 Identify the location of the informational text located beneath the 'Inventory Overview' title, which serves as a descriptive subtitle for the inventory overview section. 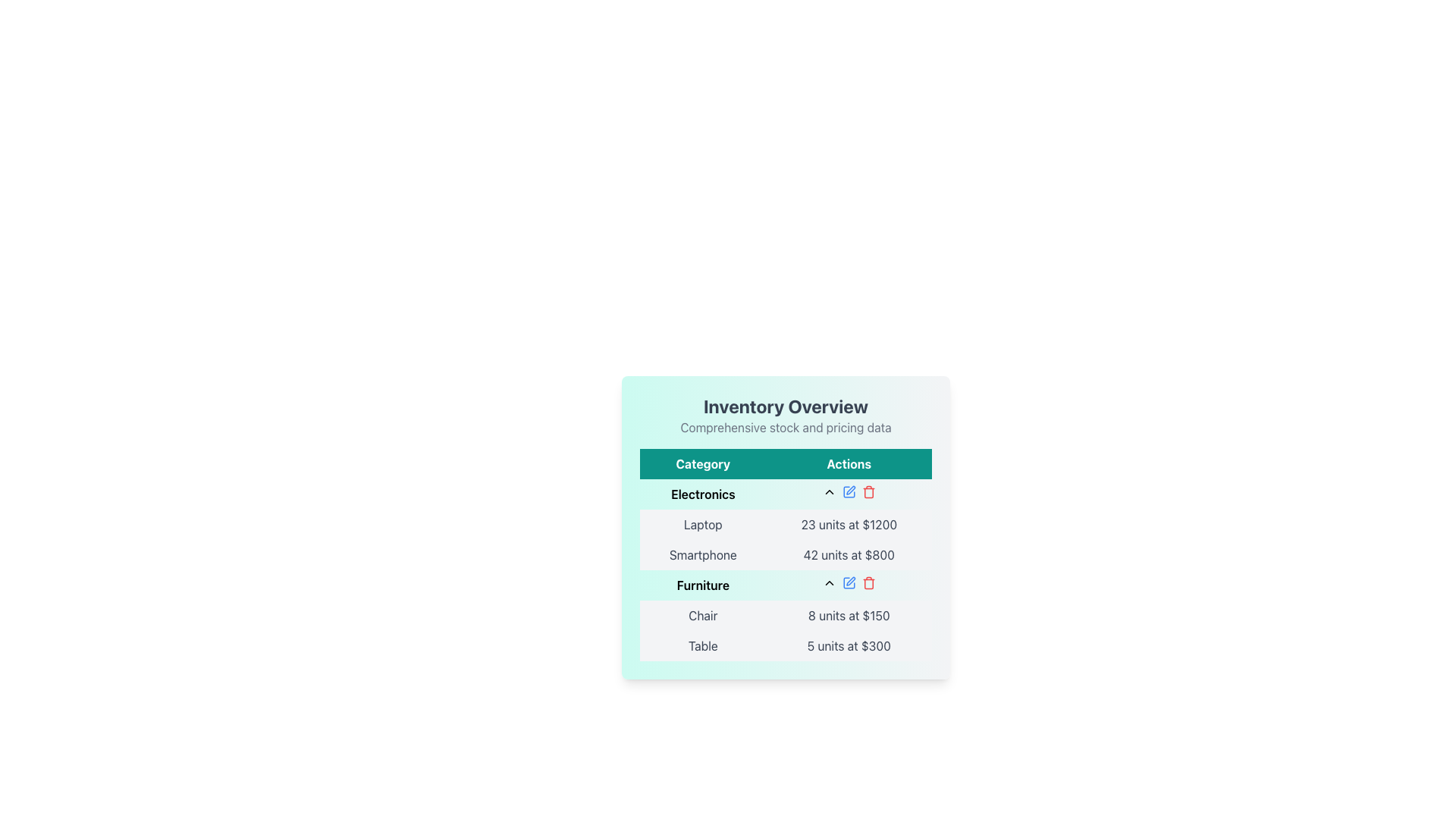
(786, 427).